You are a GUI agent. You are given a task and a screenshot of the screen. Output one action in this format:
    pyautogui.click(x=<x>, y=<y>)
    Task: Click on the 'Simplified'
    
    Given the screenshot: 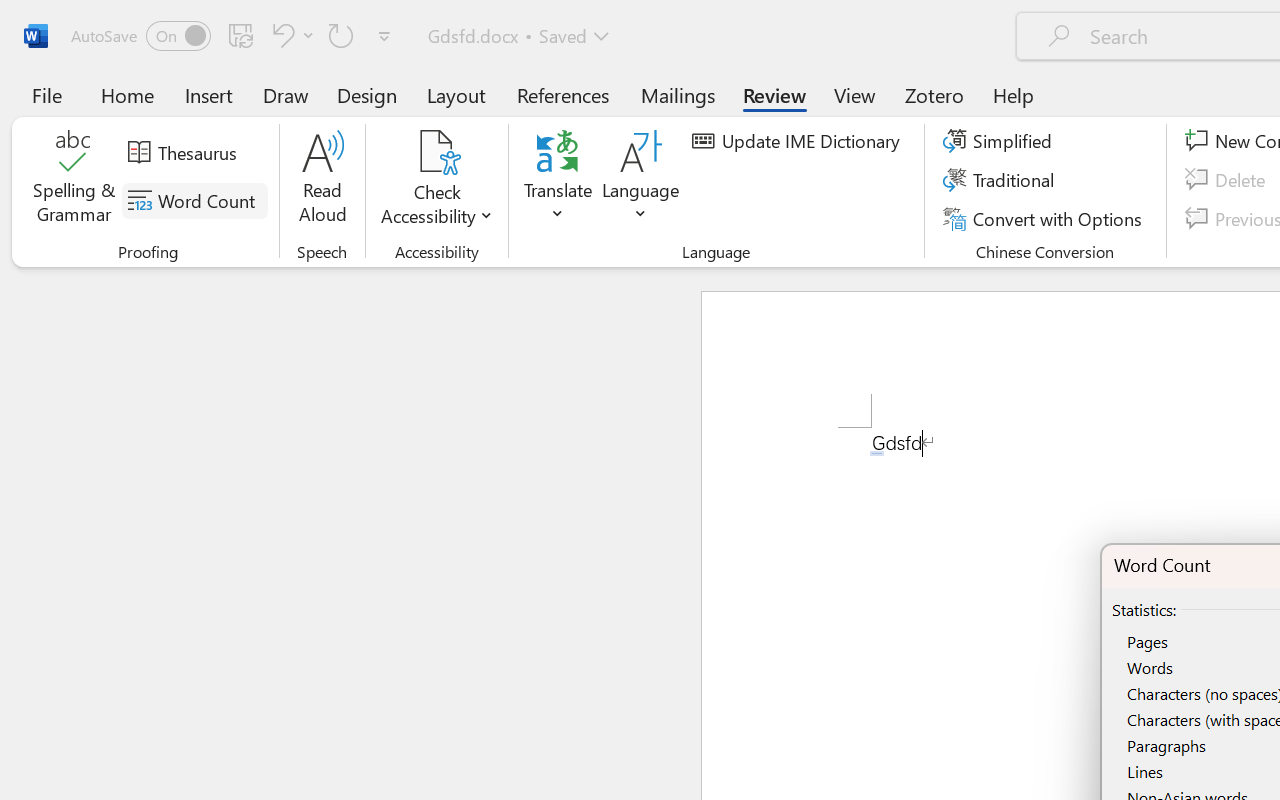 What is the action you would take?
    pyautogui.click(x=1000, y=141)
    